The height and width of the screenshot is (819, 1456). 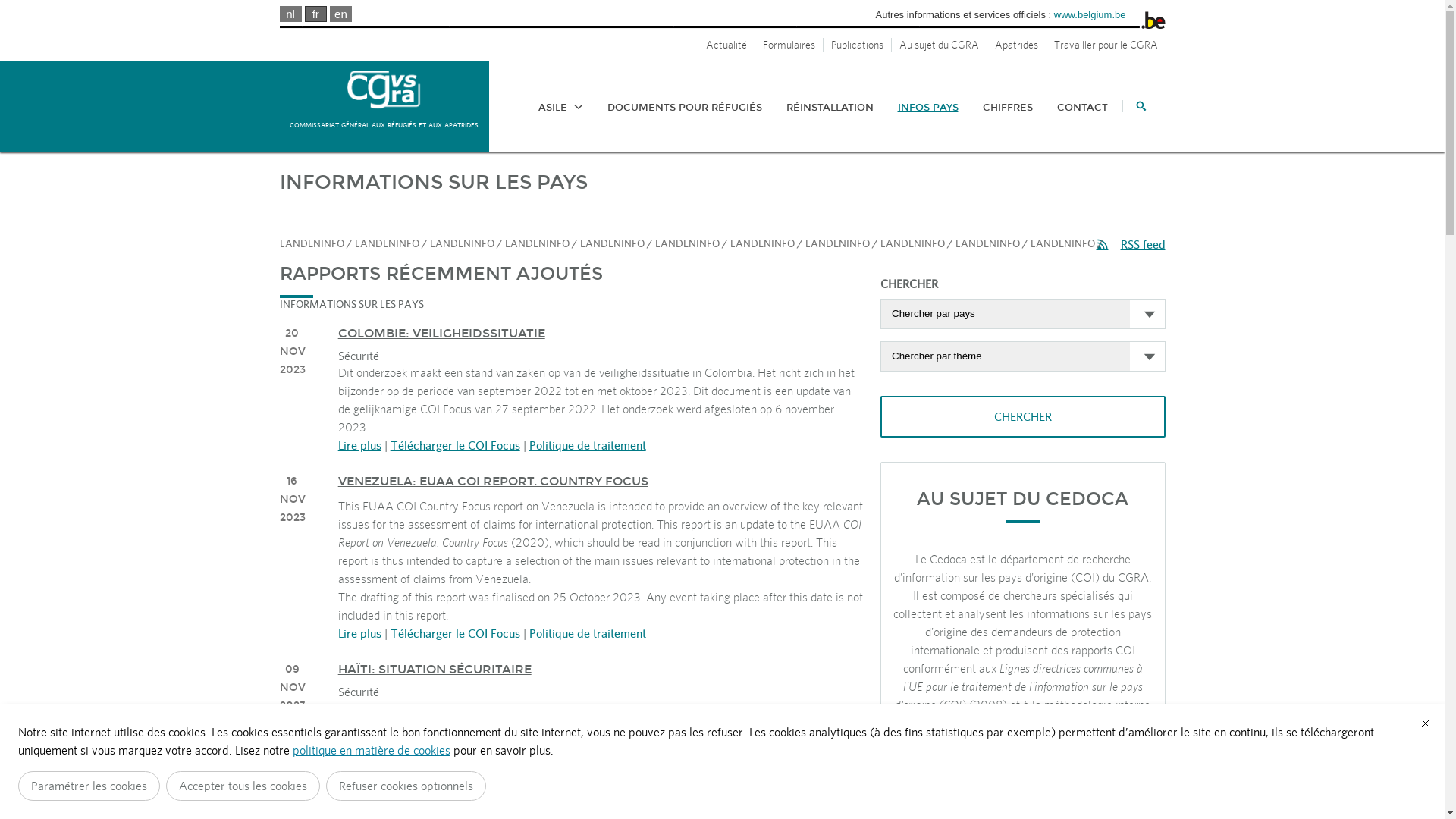 What do you see at coordinates (927, 106) in the screenshot?
I see `'INFOS PAYS'` at bounding box center [927, 106].